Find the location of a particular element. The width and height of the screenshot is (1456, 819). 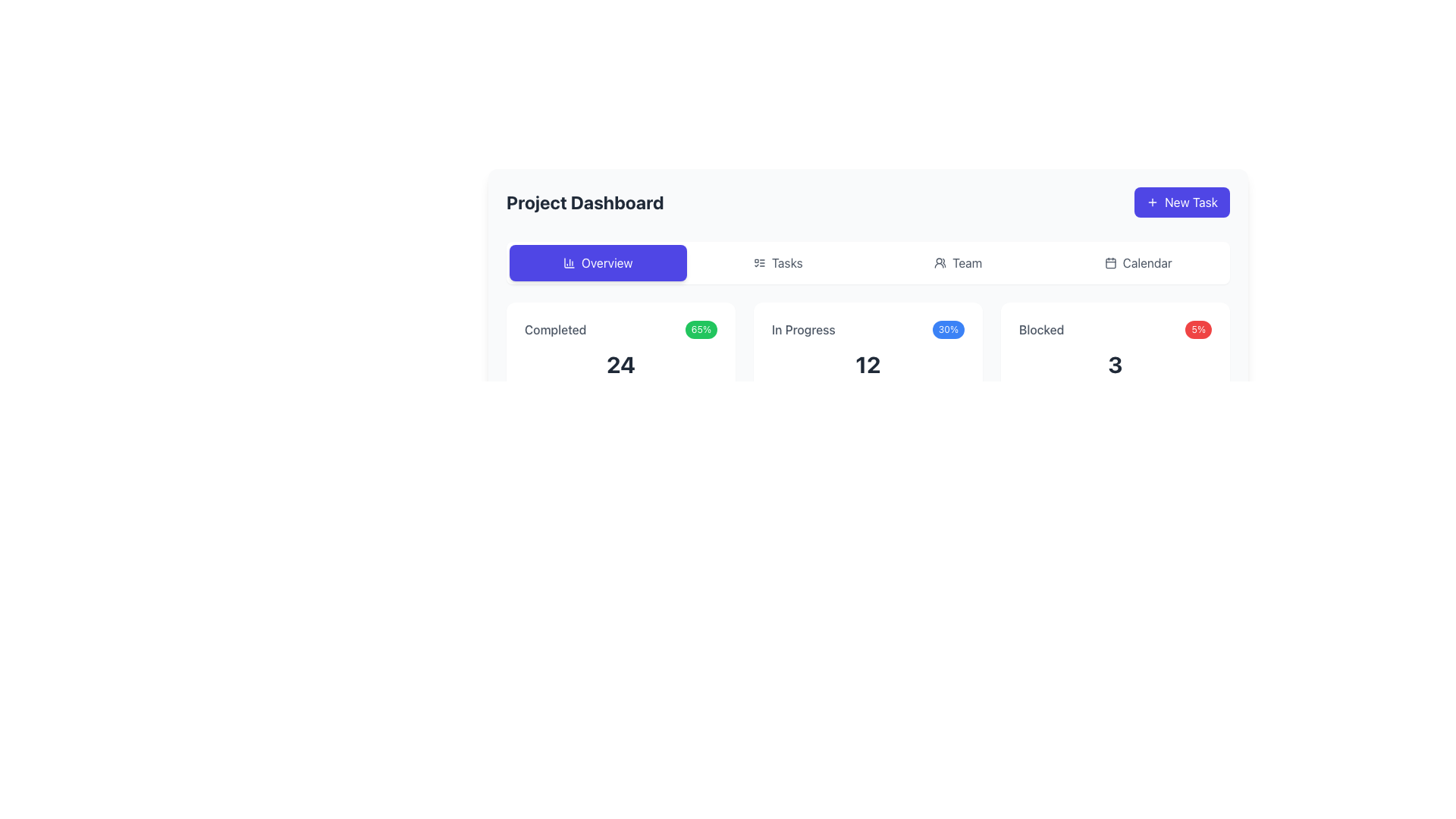

the 'Overview' text label within the purple button that indicates navigation to the overview section is located at coordinates (607, 262).